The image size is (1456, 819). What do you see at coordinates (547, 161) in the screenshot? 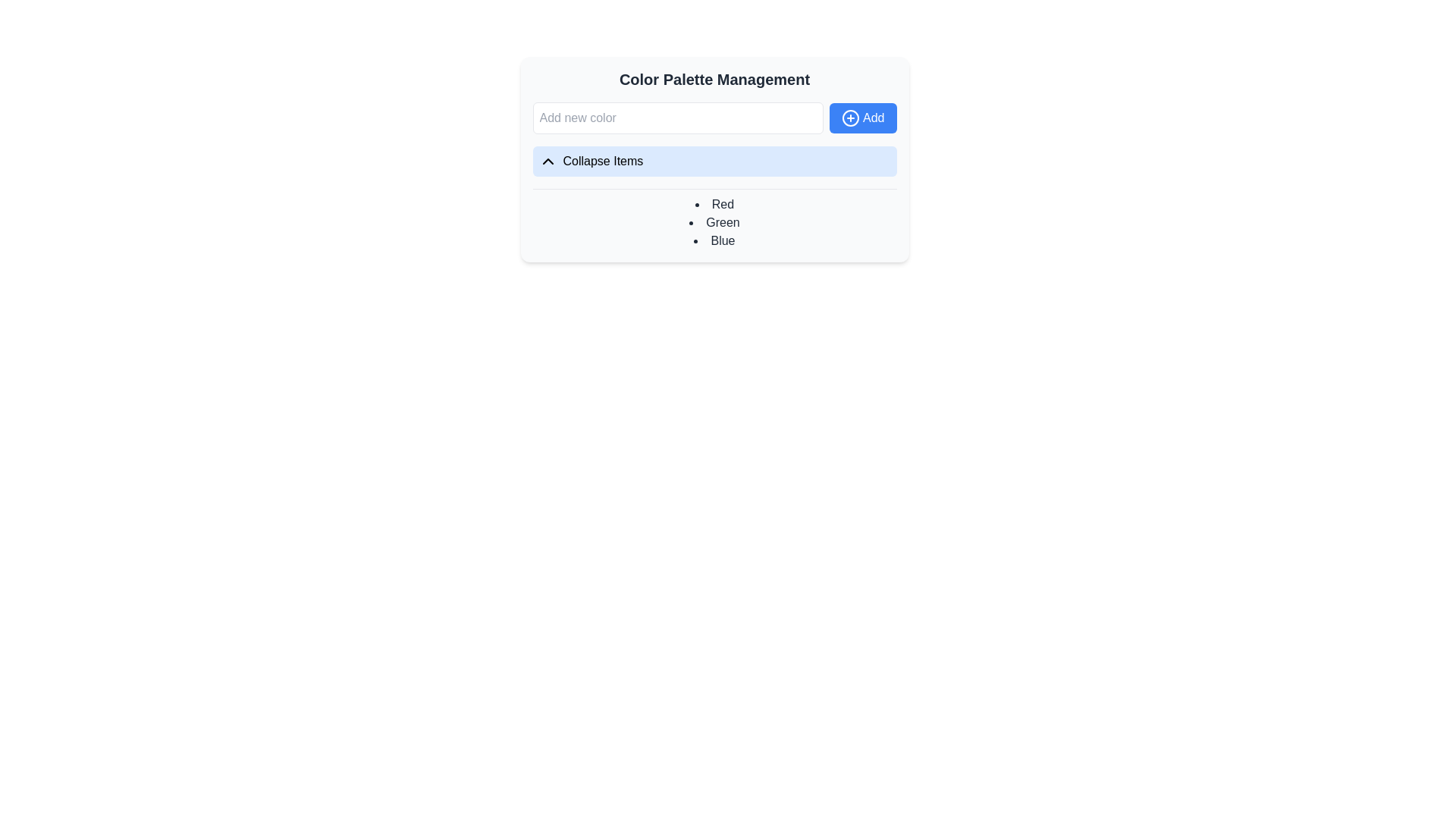
I see `the upward-facing chevron icon within the 'Collapse Items' button` at bounding box center [547, 161].